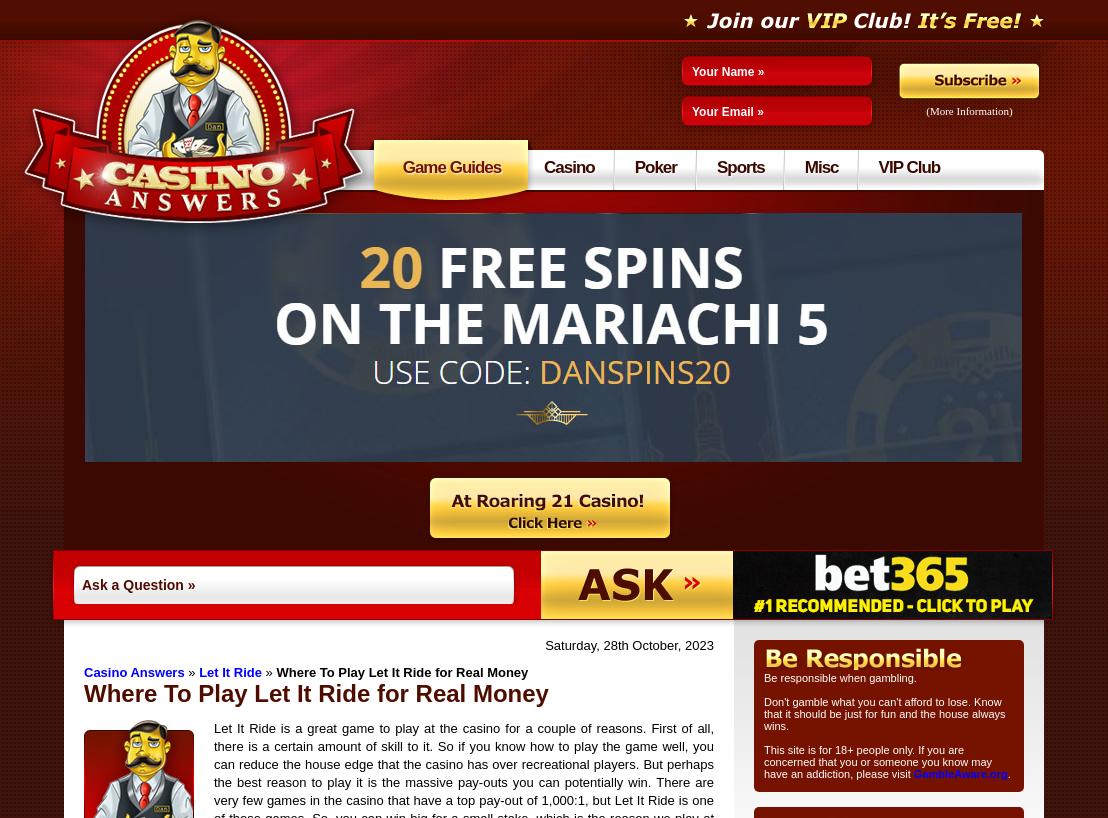 Image resolution: width=1108 pixels, height=818 pixels. Describe the element at coordinates (82, 672) in the screenshot. I see `'Casino Answers'` at that location.